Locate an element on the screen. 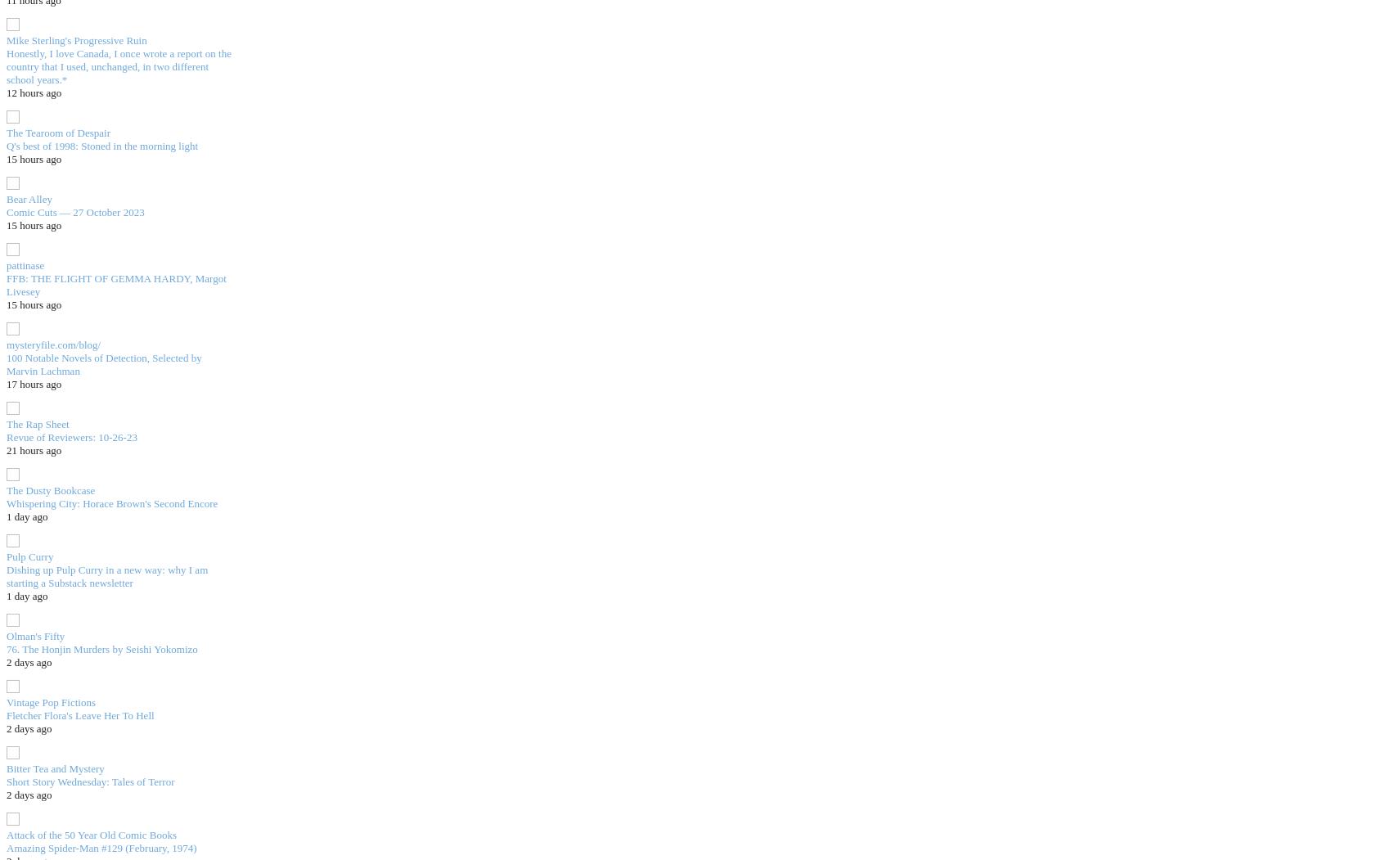 The image size is (1400, 860). 'Honestly, I love Canada, I once wrote a report on the country that I used, unchanged, in two different school years.*' is located at coordinates (6, 65).